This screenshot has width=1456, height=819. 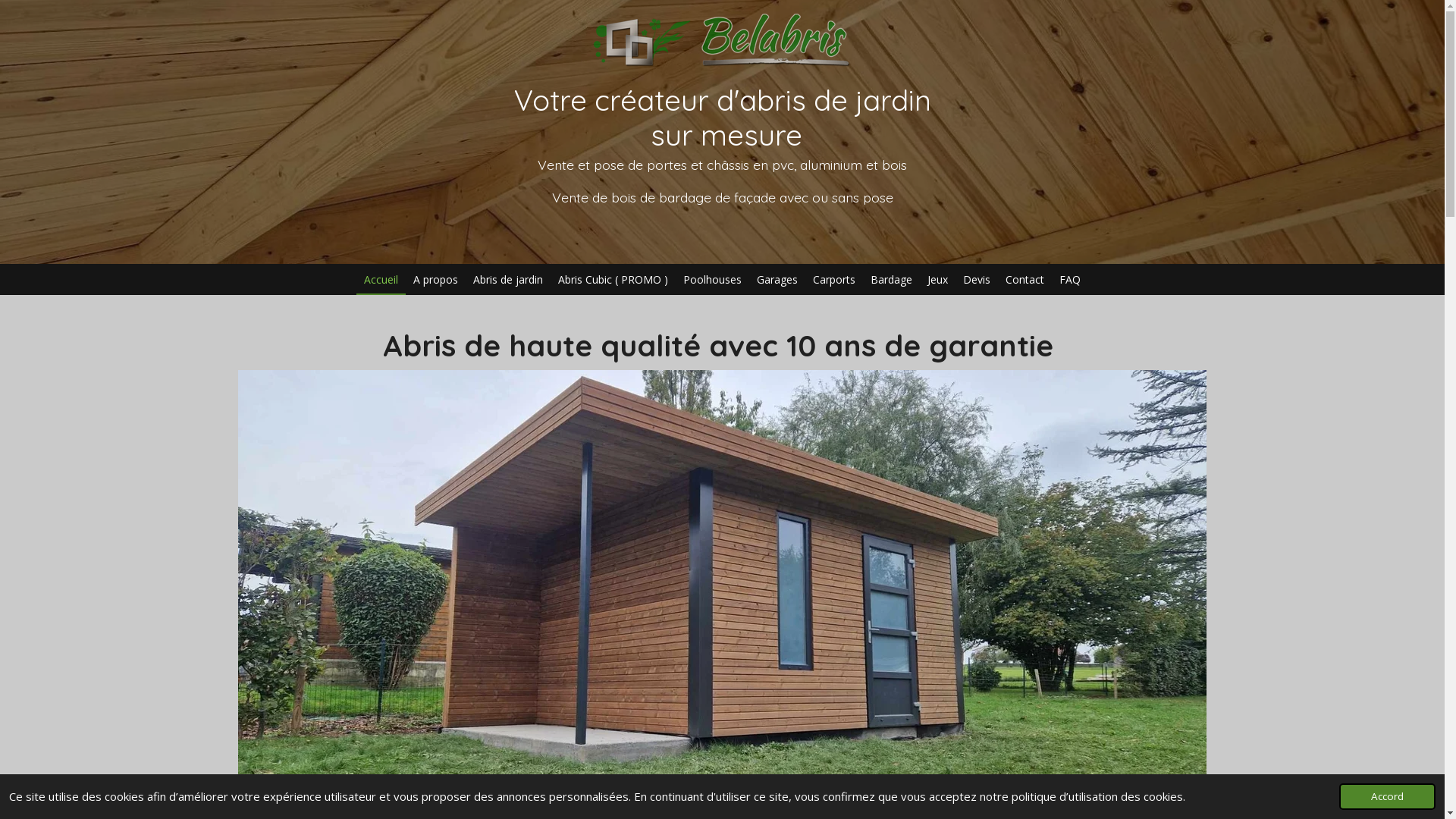 I want to click on 'Devis', so click(x=976, y=278).